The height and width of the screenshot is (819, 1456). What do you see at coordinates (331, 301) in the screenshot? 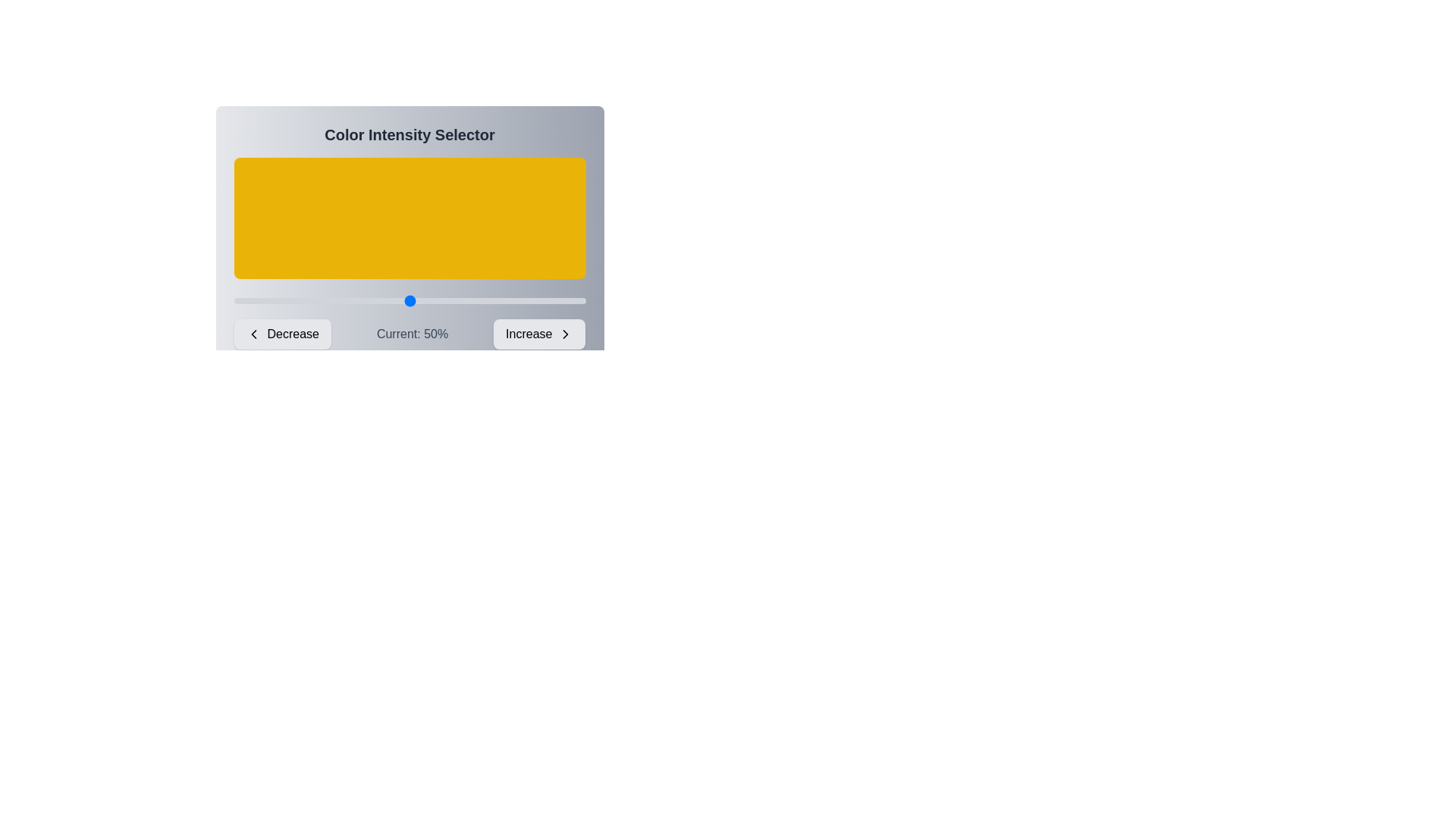
I see `color intensity` at bounding box center [331, 301].